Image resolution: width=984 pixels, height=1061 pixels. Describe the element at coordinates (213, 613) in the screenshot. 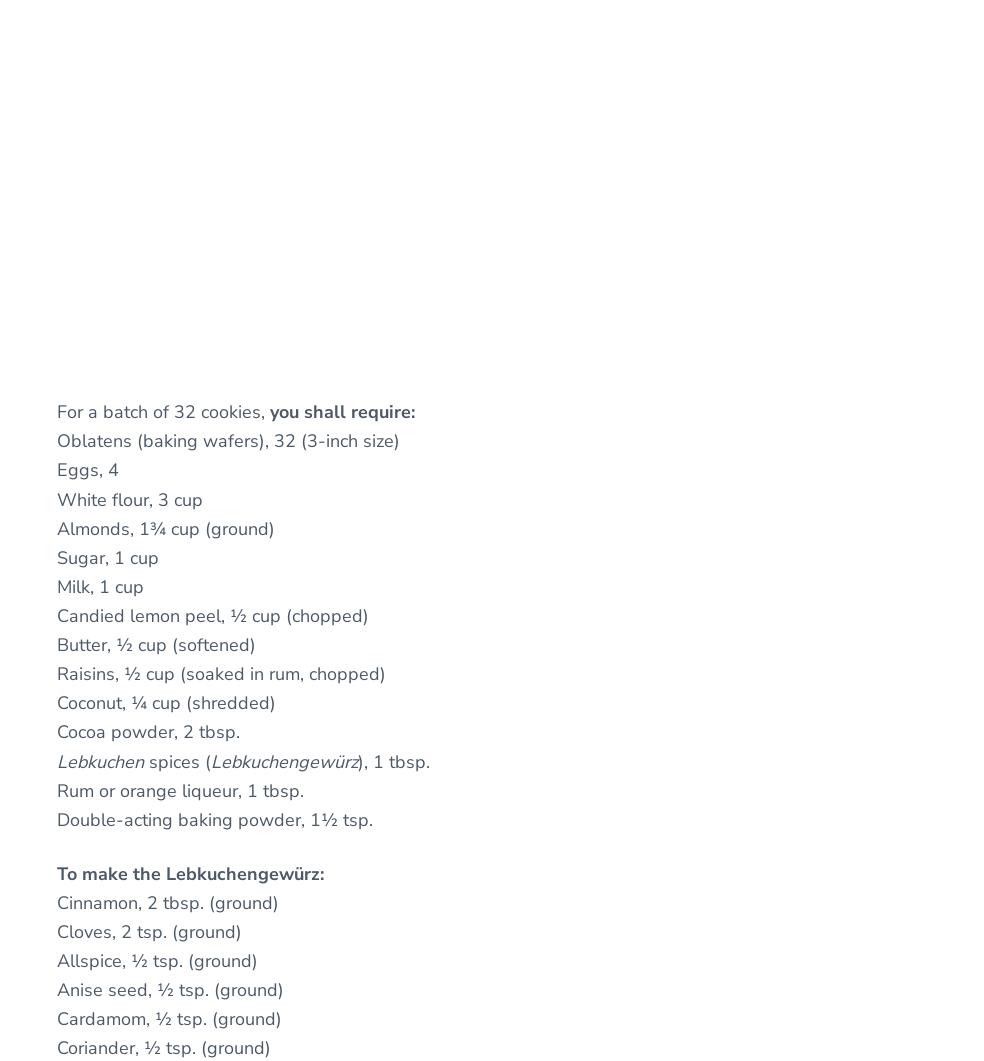

I see `'Candied lemon peel, ½ cup (chopped)'` at that location.